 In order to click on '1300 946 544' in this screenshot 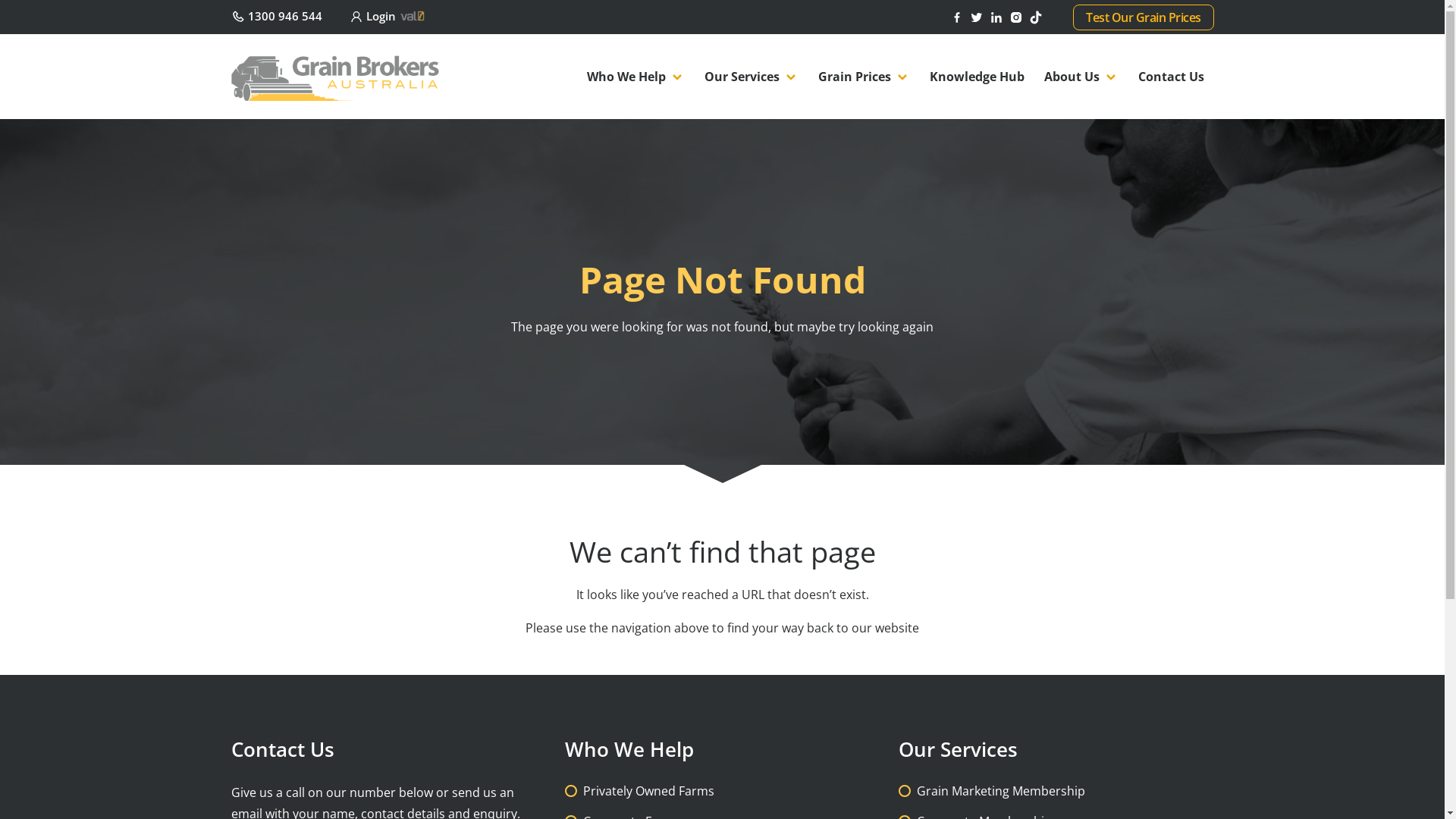, I will do `click(276, 15)`.